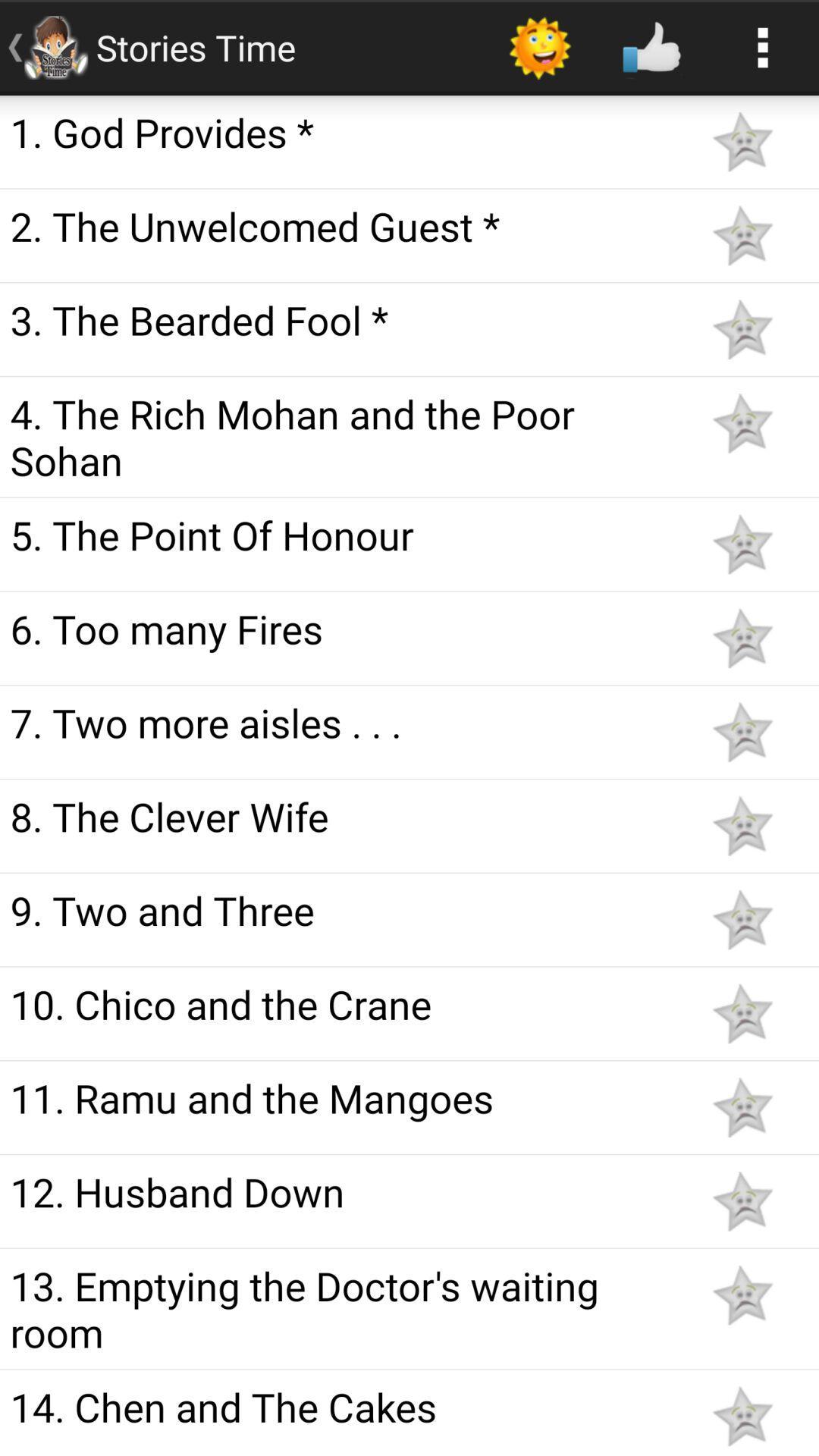  What do you see at coordinates (343, 1308) in the screenshot?
I see `the app above 14 chen and icon` at bounding box center [343, 1308].